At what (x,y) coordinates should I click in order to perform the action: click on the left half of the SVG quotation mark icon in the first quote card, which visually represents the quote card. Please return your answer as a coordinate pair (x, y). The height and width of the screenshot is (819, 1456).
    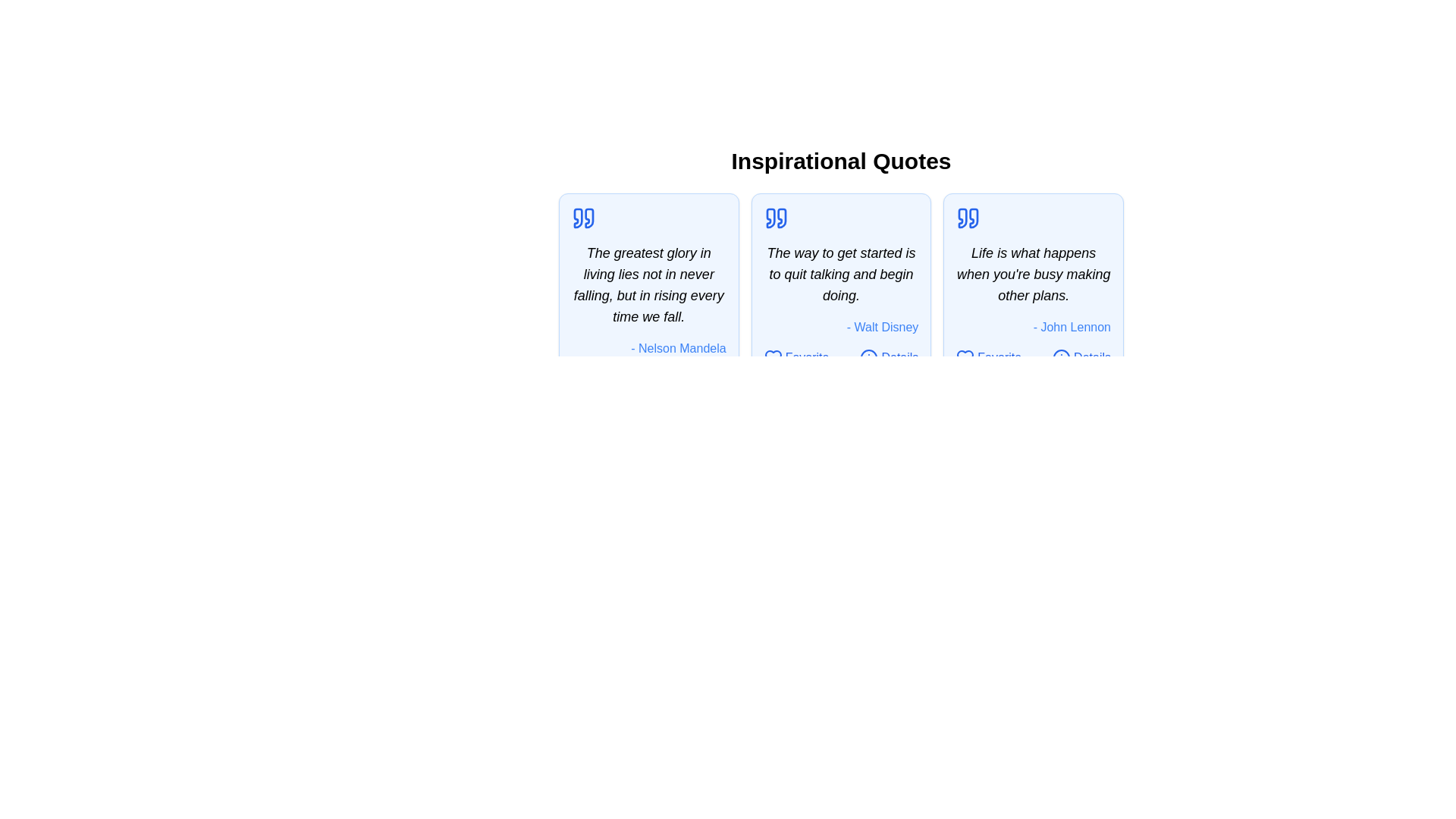
    Looking at the image, I should click on (577, 218).